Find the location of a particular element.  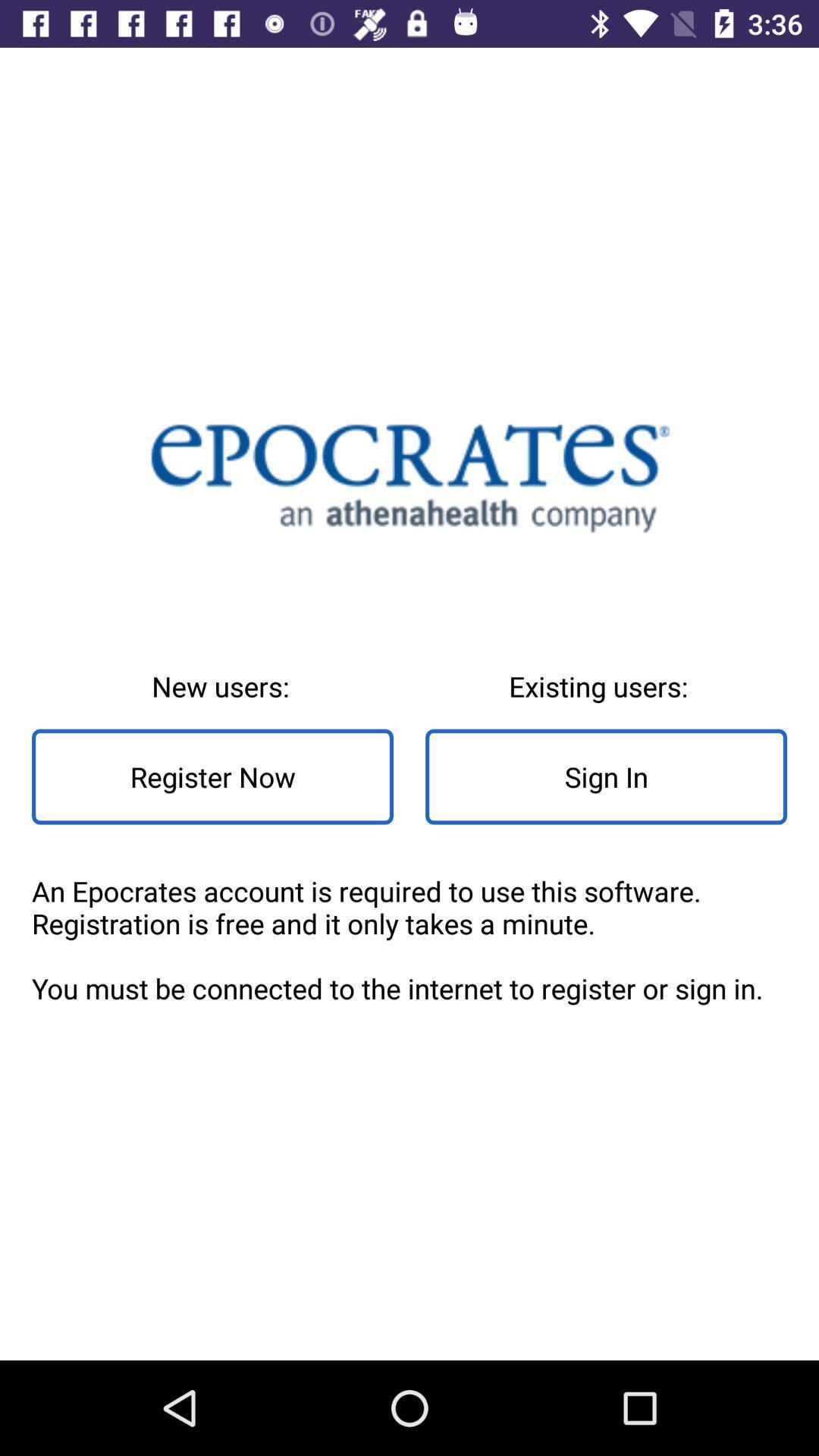

register now icon is located at coordinates (212, 777).